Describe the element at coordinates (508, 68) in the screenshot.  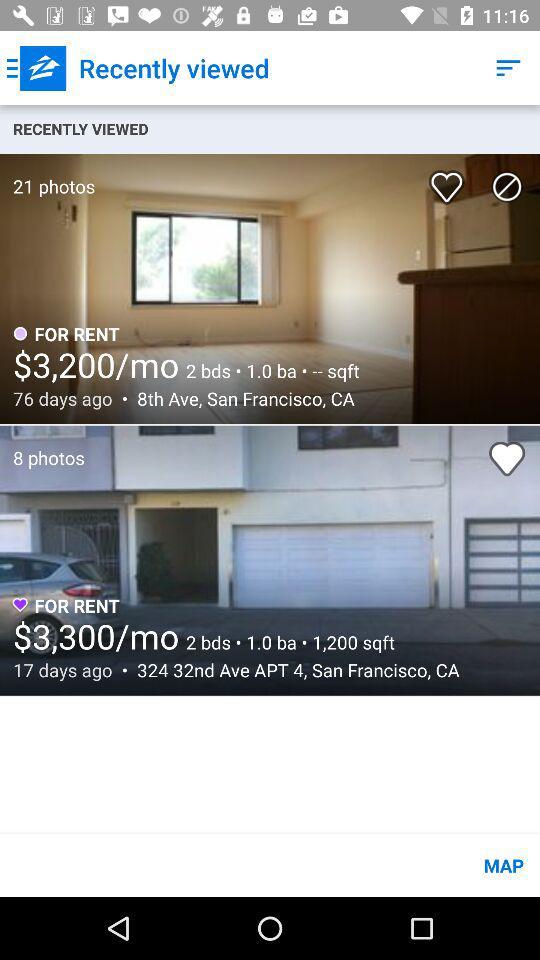
I see `the icon above recently viewed item` at that location.